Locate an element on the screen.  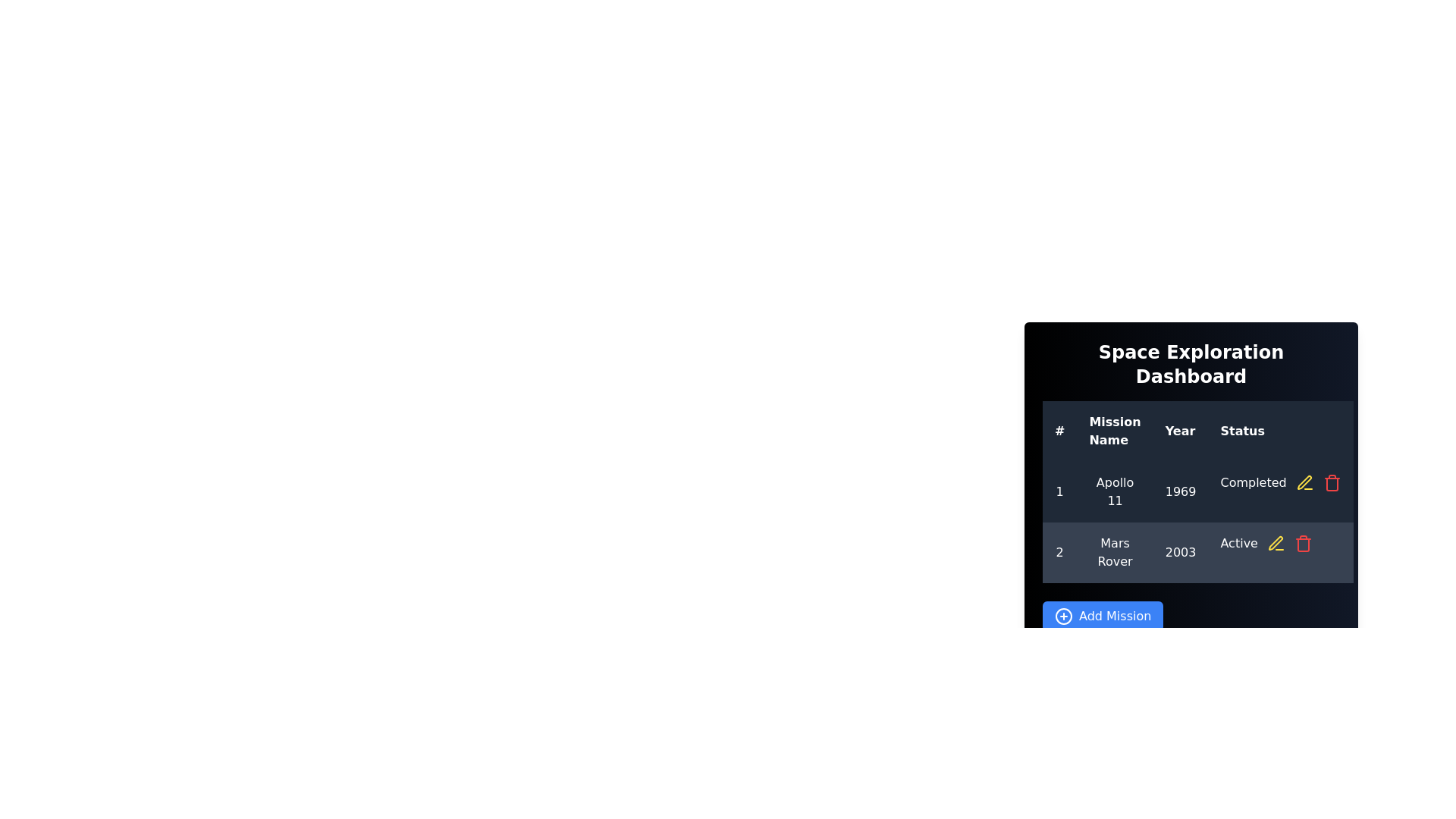
the first row in the table that displays information about a specific space mission to trigger hover-specific functionality is located at coordinates (1197, 491).